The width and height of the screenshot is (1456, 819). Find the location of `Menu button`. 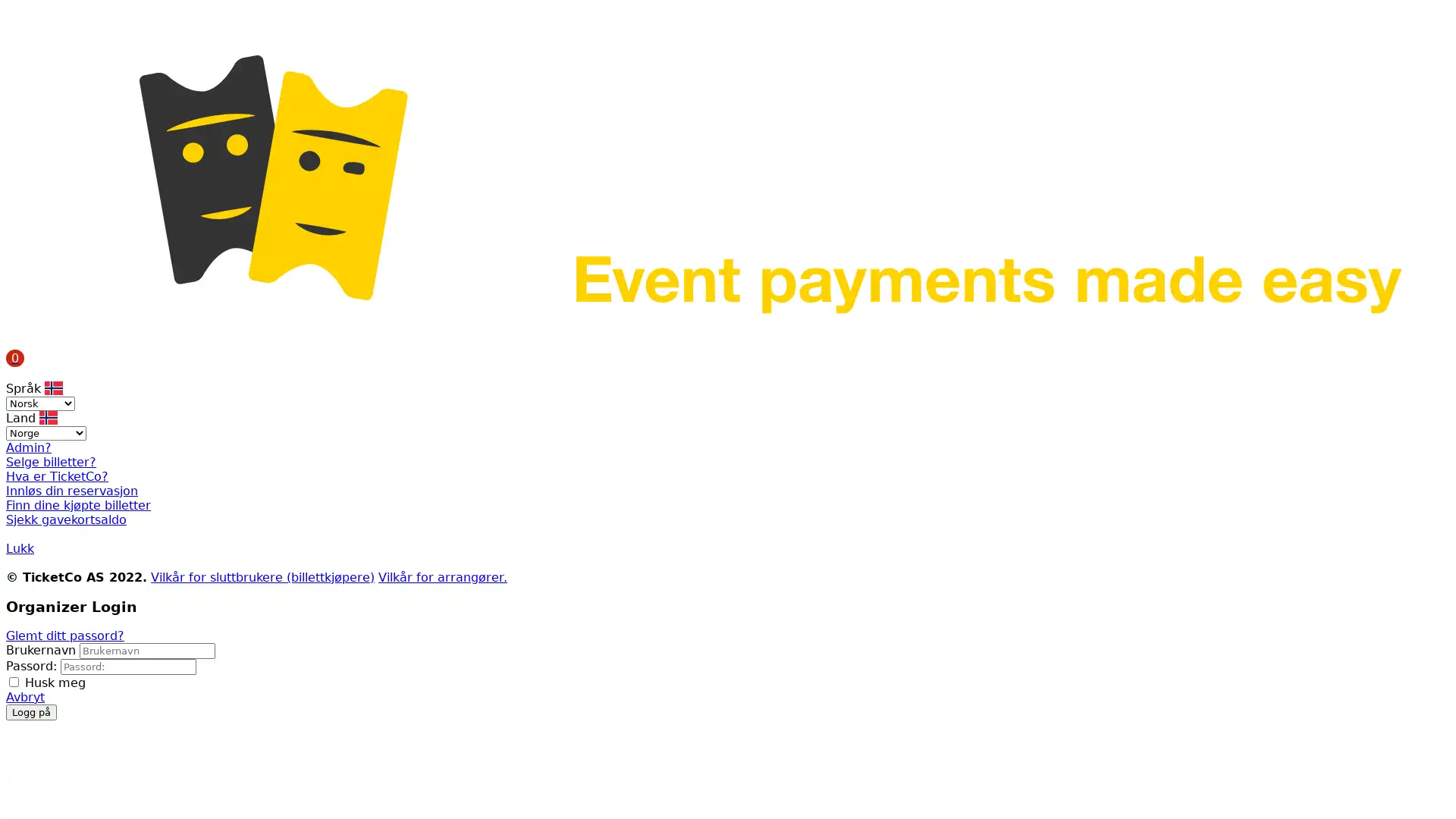

Menu button is located at coordinates (11, 377).